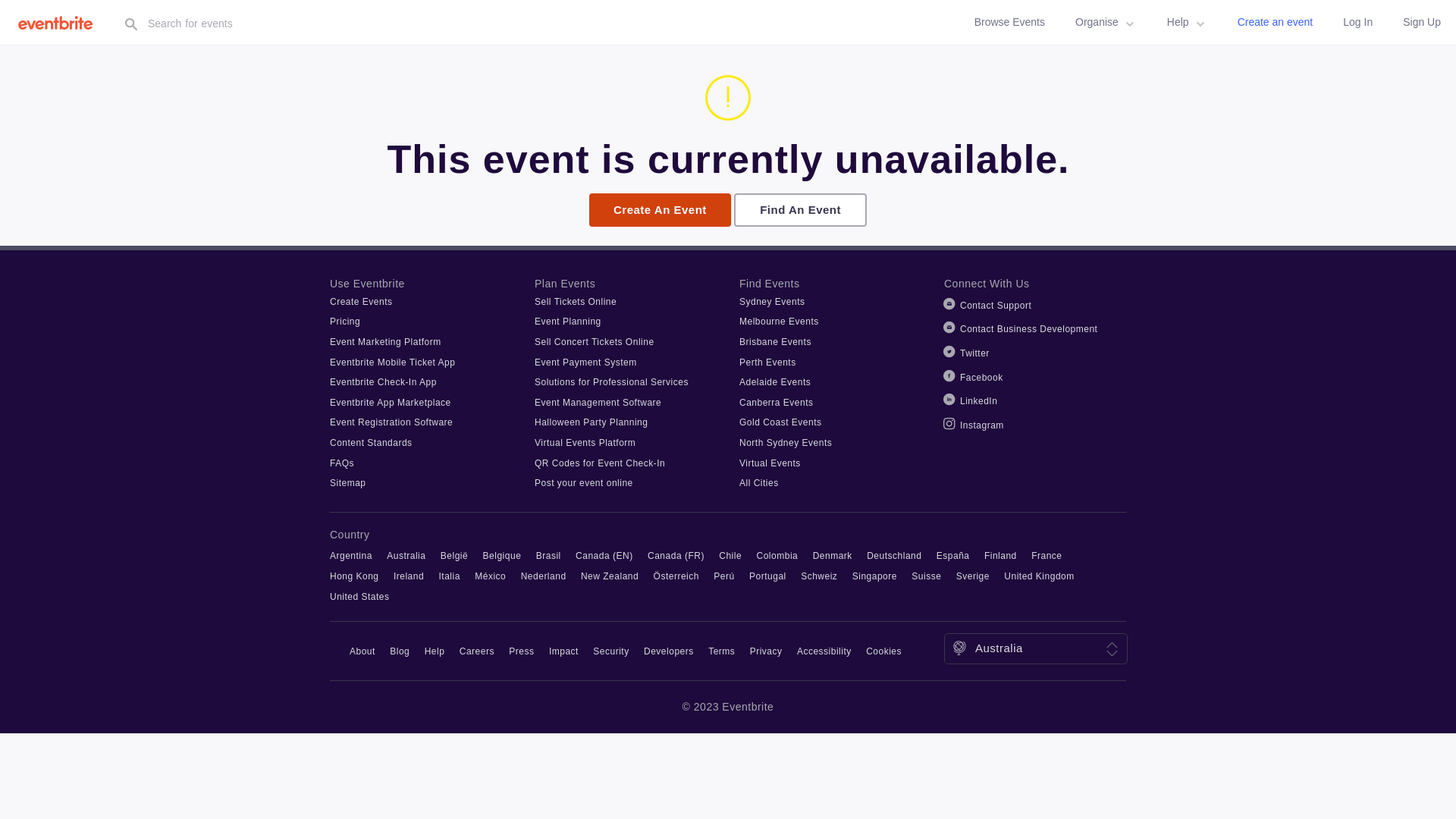 The height and width of the screenshot is (819, 1456). What do you see at coordinates (566, 321) in the screenshot?
I see `'Event Planning'` at bounding box center [566, 321].